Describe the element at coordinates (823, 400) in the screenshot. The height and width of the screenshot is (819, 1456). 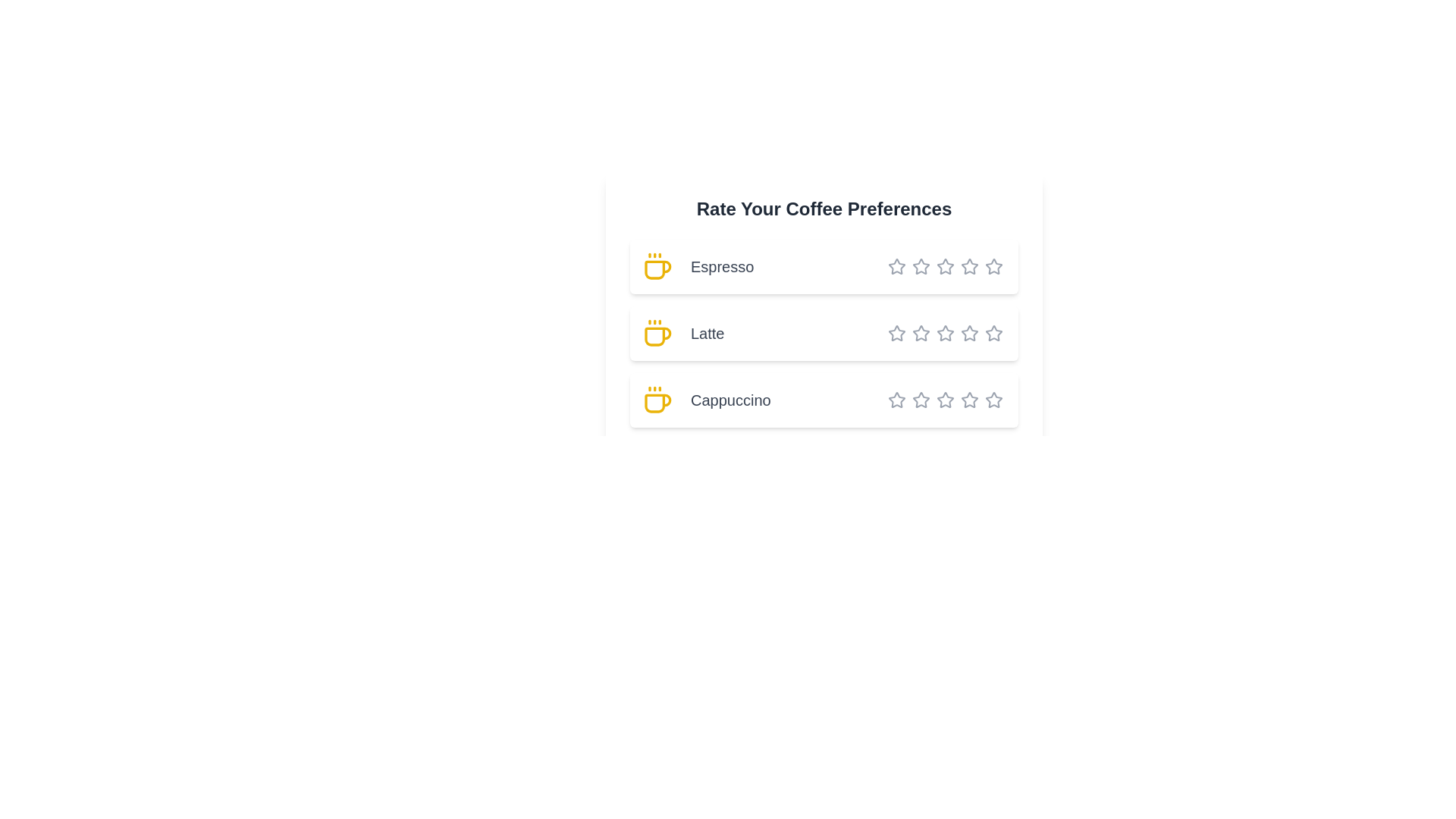
I see `the coffee name Cappuccino to select the text` at that location.